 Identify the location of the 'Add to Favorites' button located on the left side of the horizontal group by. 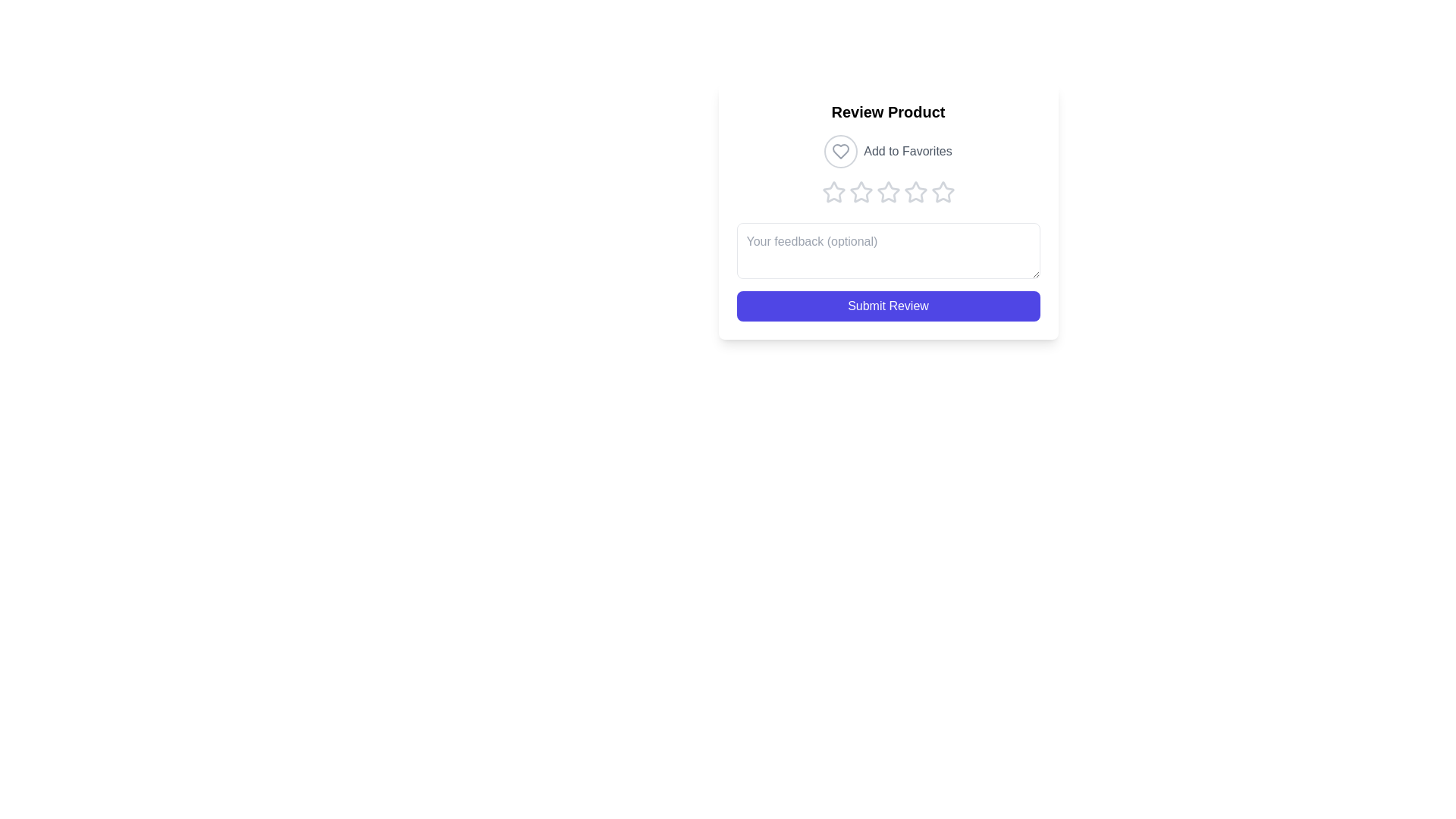
(840, 152).